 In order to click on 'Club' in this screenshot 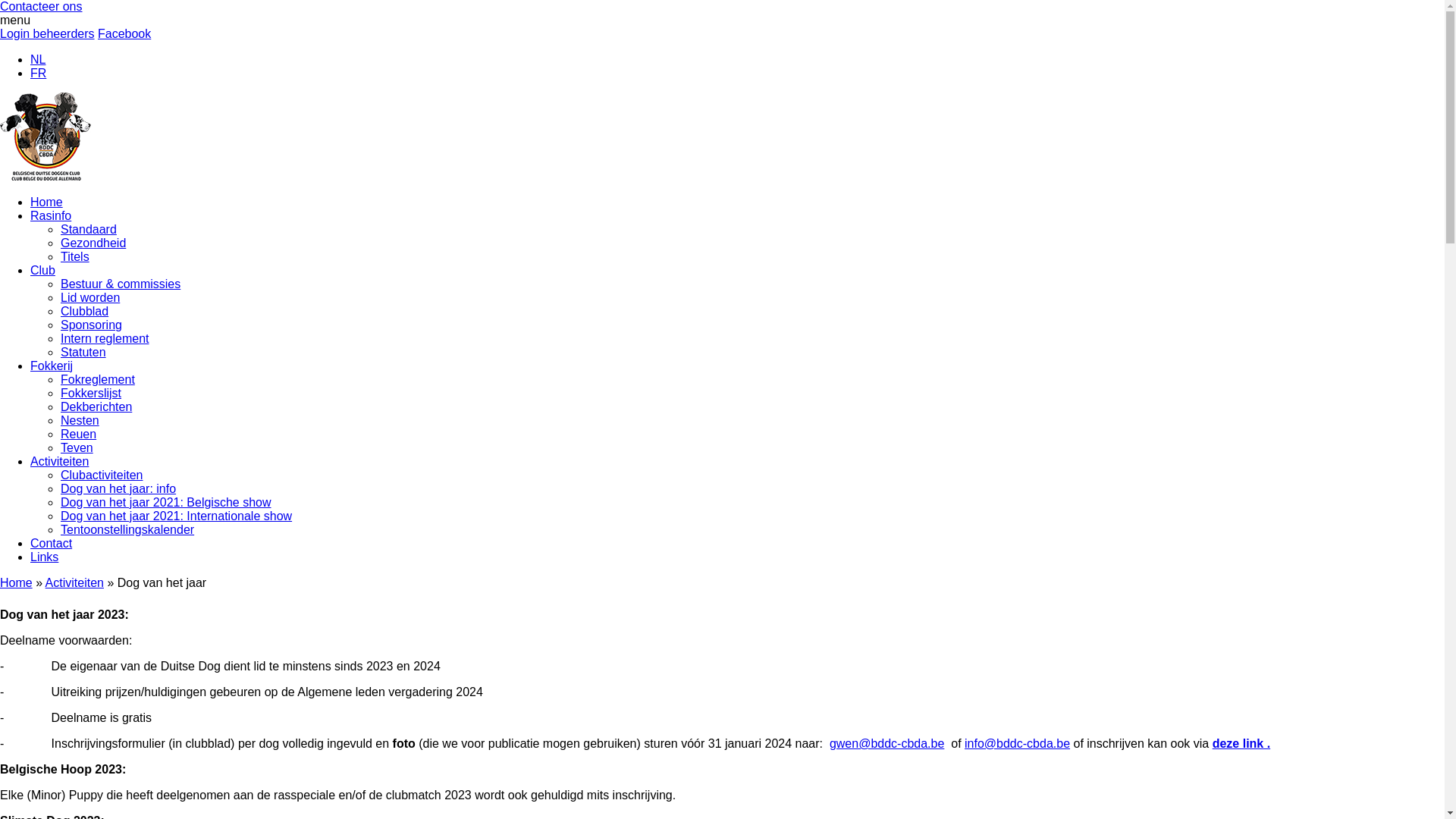, I will do `click(42, 269)`.